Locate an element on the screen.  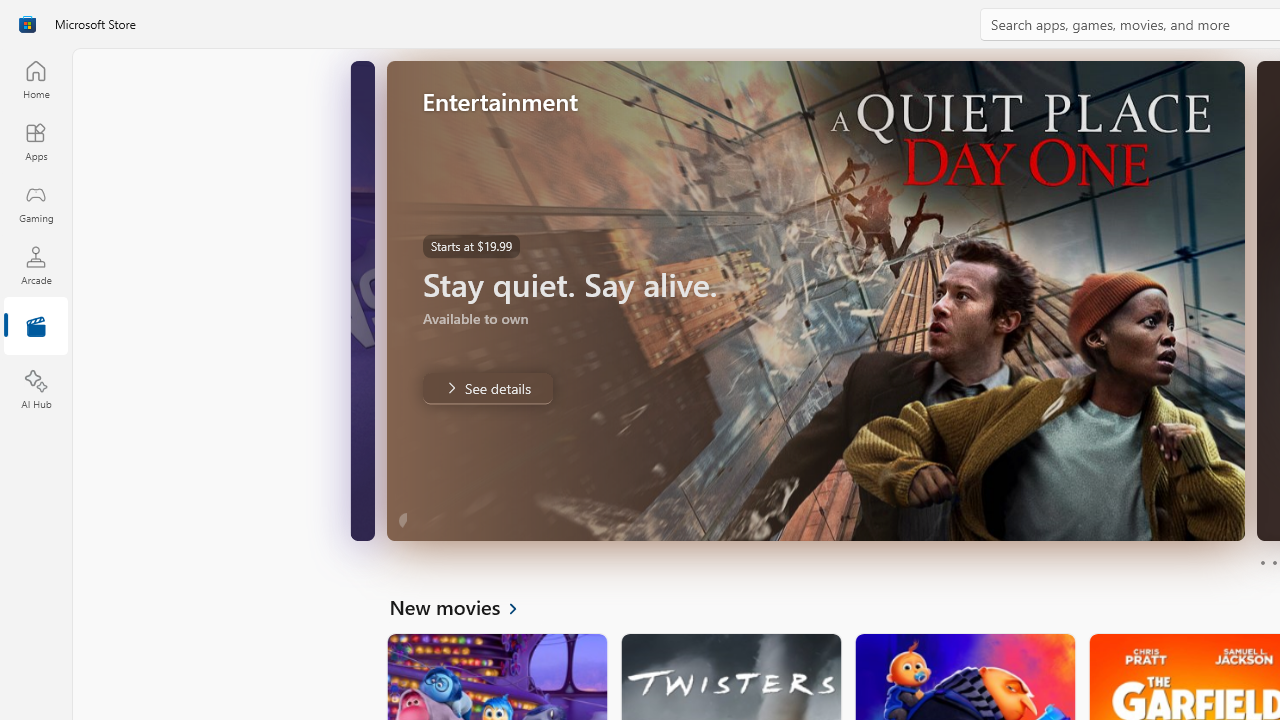
'Page 2' is located at coordinates (1273, 563).